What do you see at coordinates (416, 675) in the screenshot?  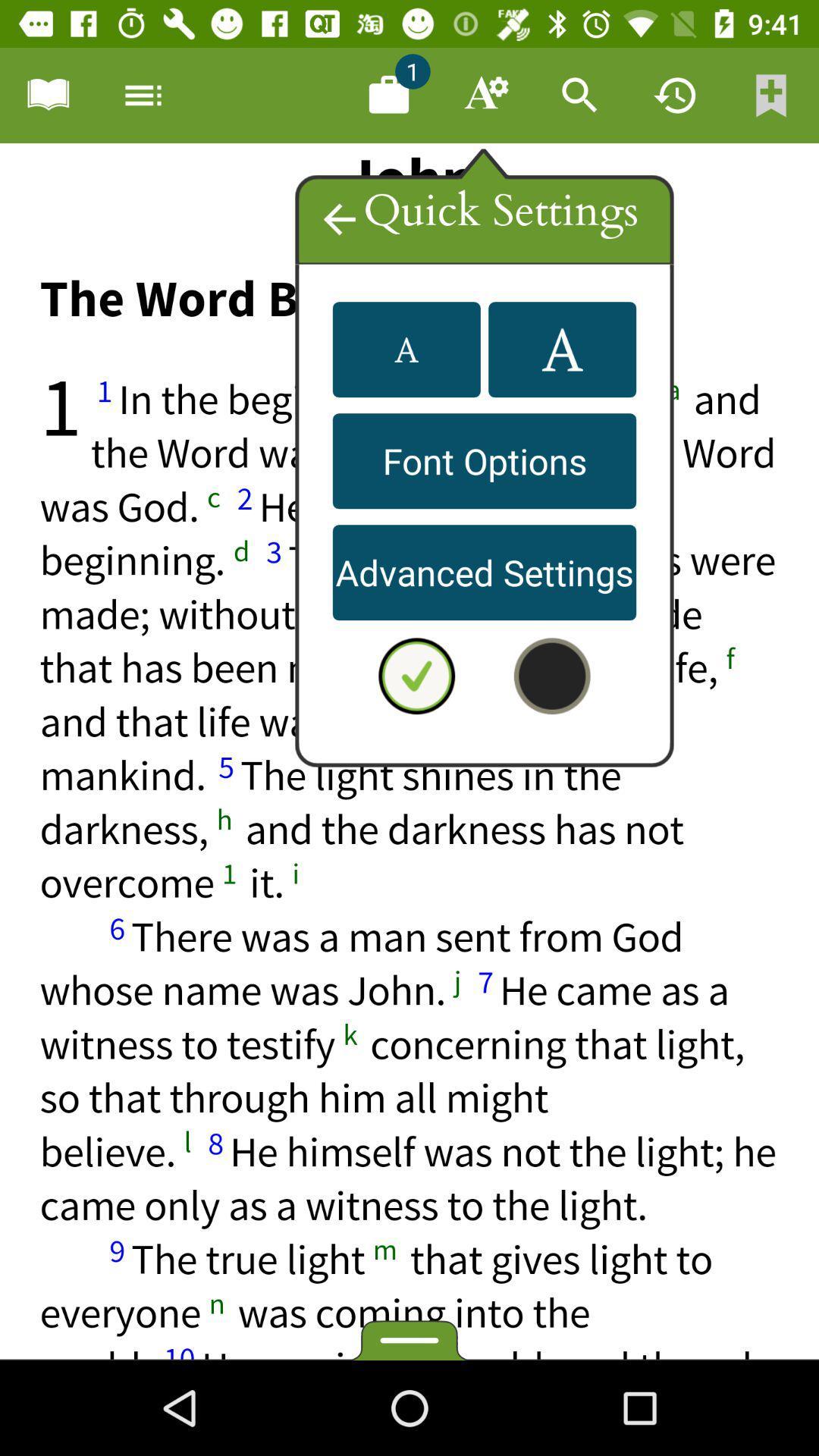 I see `deselect quick settings` at bounding box center [416, 675].